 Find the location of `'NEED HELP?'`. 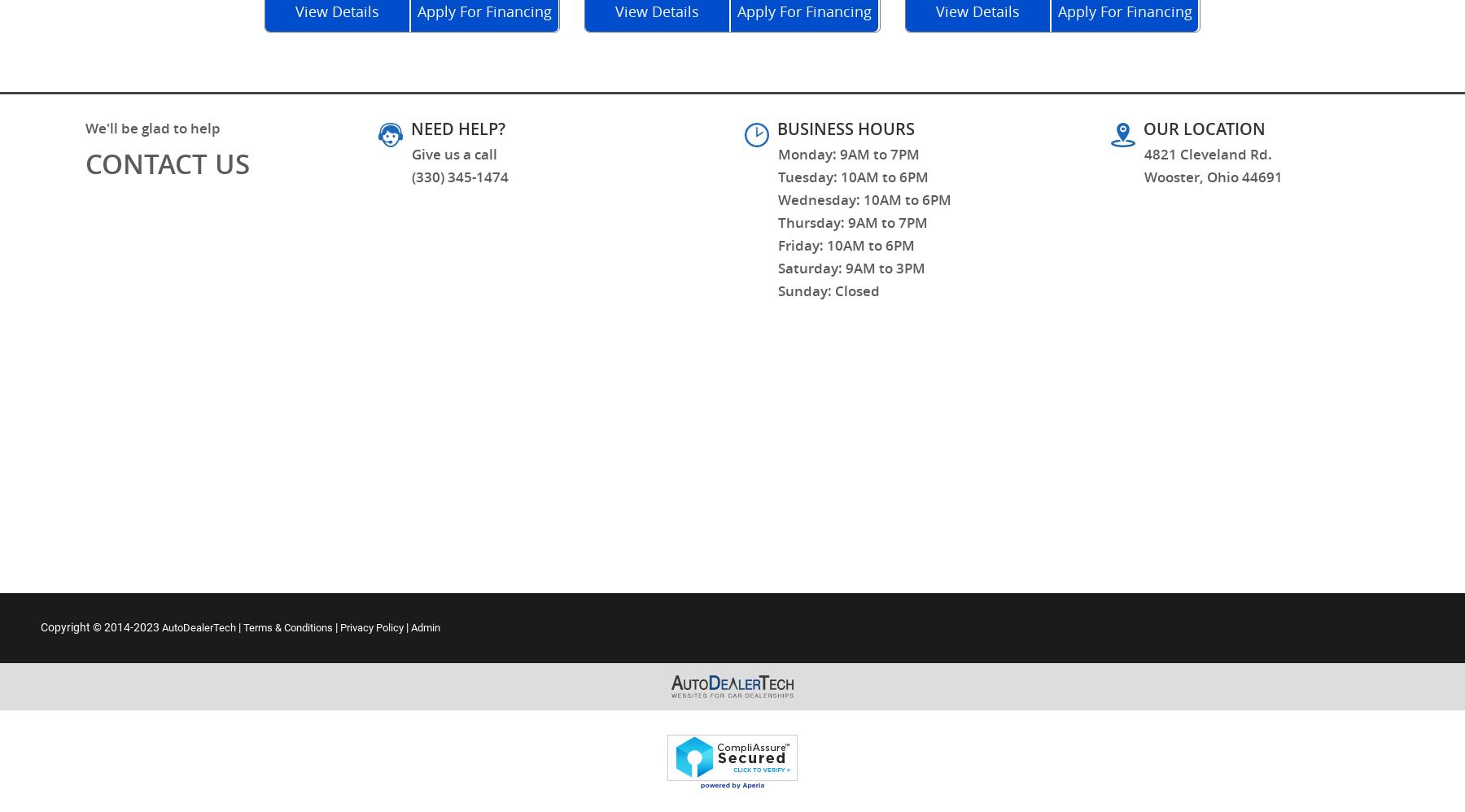

'NEED HELP?' is located at coordinates (457, 128).